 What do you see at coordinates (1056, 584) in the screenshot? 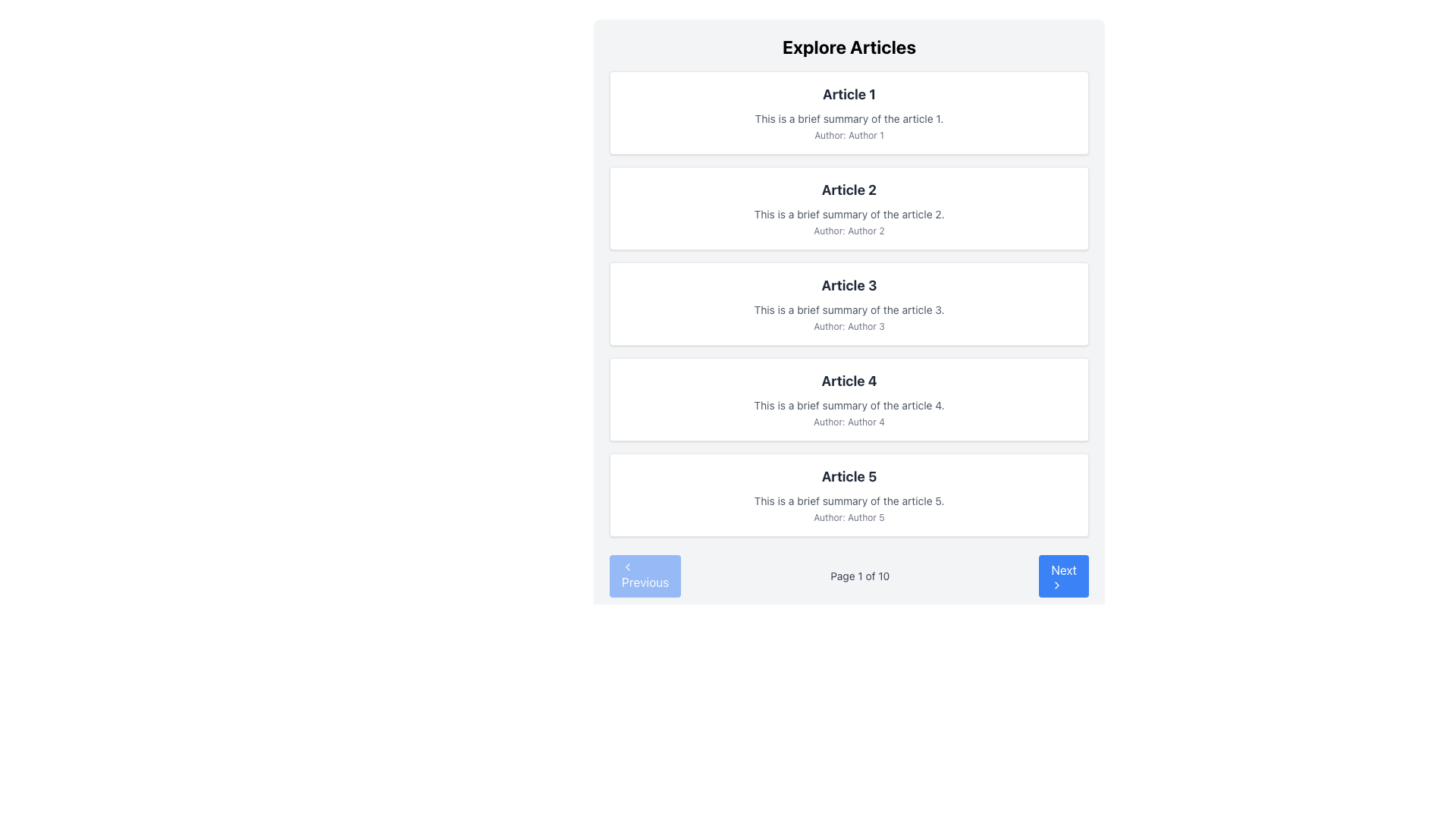
I see `the chevron icon located to the right of the text inside the 'Next' button in the bottom-right corner of the interface` at bounding box center [1056, 584].